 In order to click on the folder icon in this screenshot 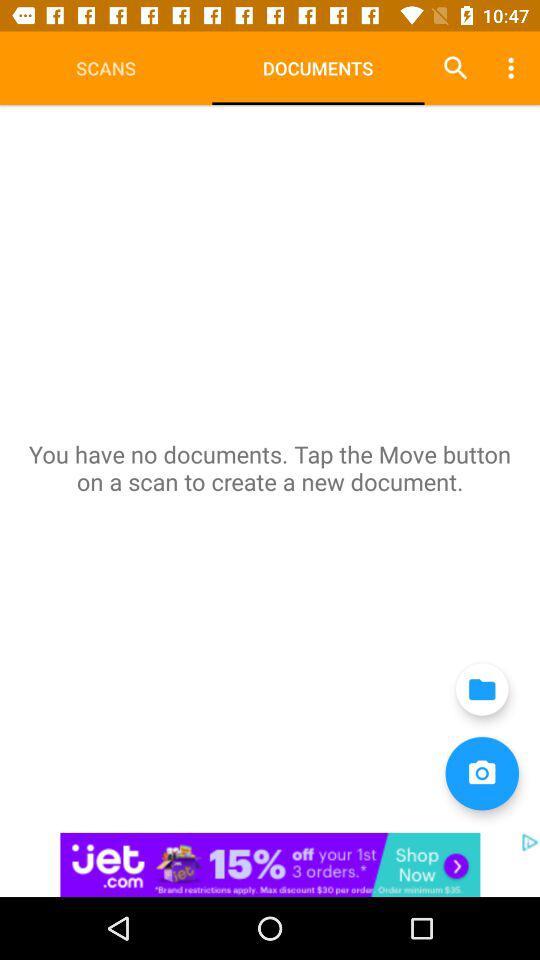, I will do `click(481, 689)`.